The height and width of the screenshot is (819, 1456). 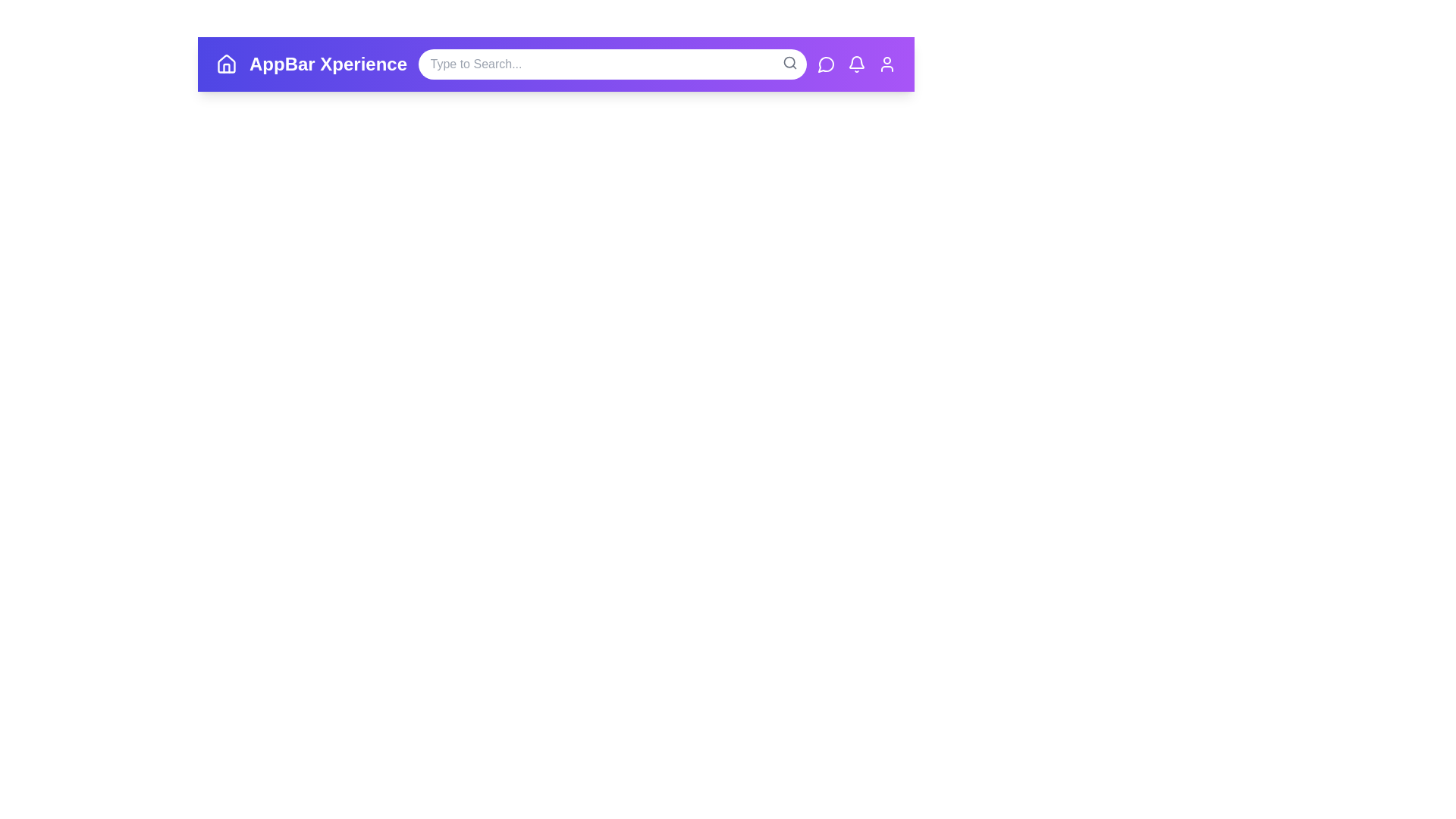 What do you see at coordinates (611, 63) in the screenshot?
I see `the search input field to focus on it` at bounding box center [611, 63].